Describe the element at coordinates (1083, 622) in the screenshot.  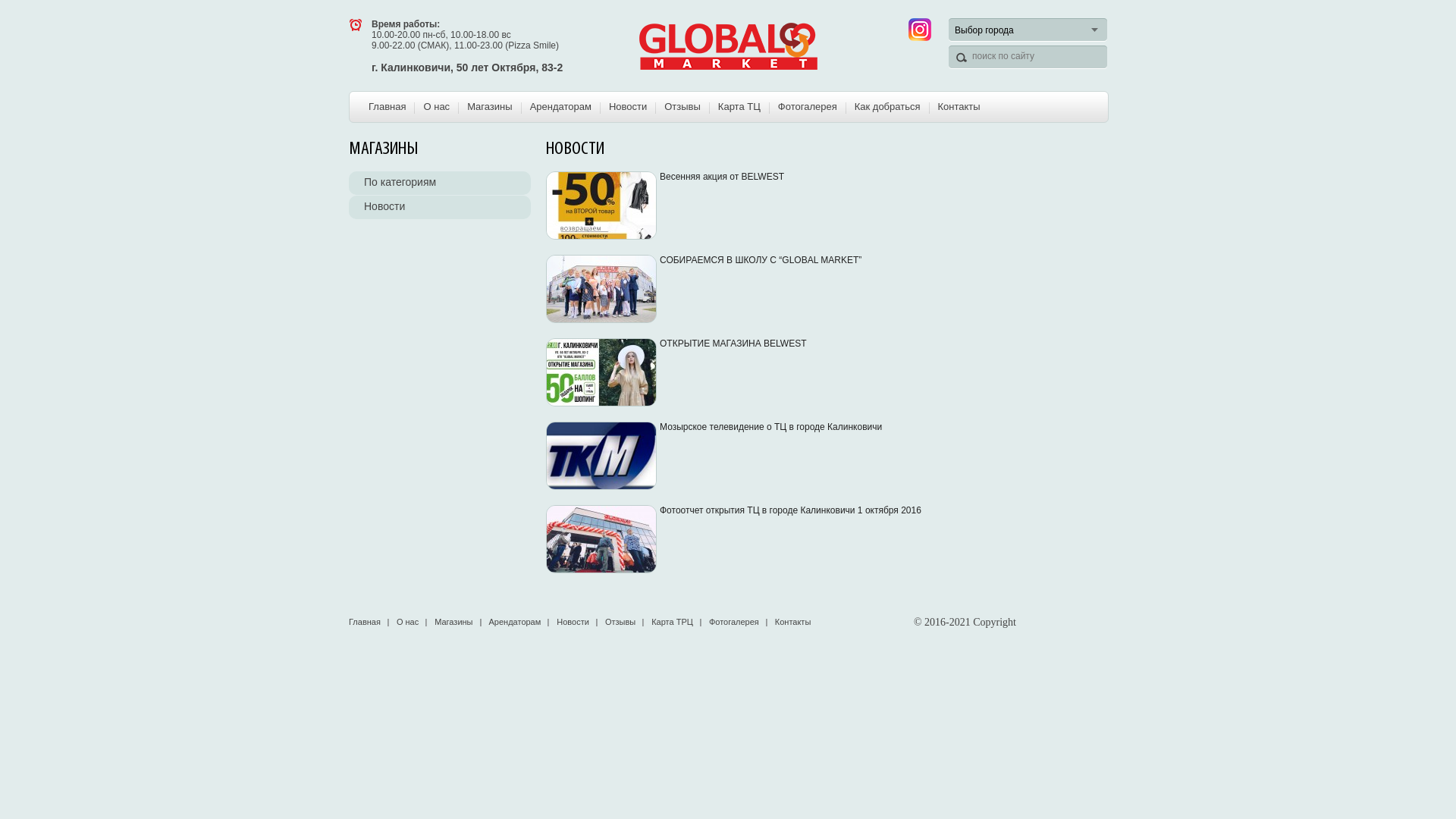
I see `'LiveInternet'` at that location.